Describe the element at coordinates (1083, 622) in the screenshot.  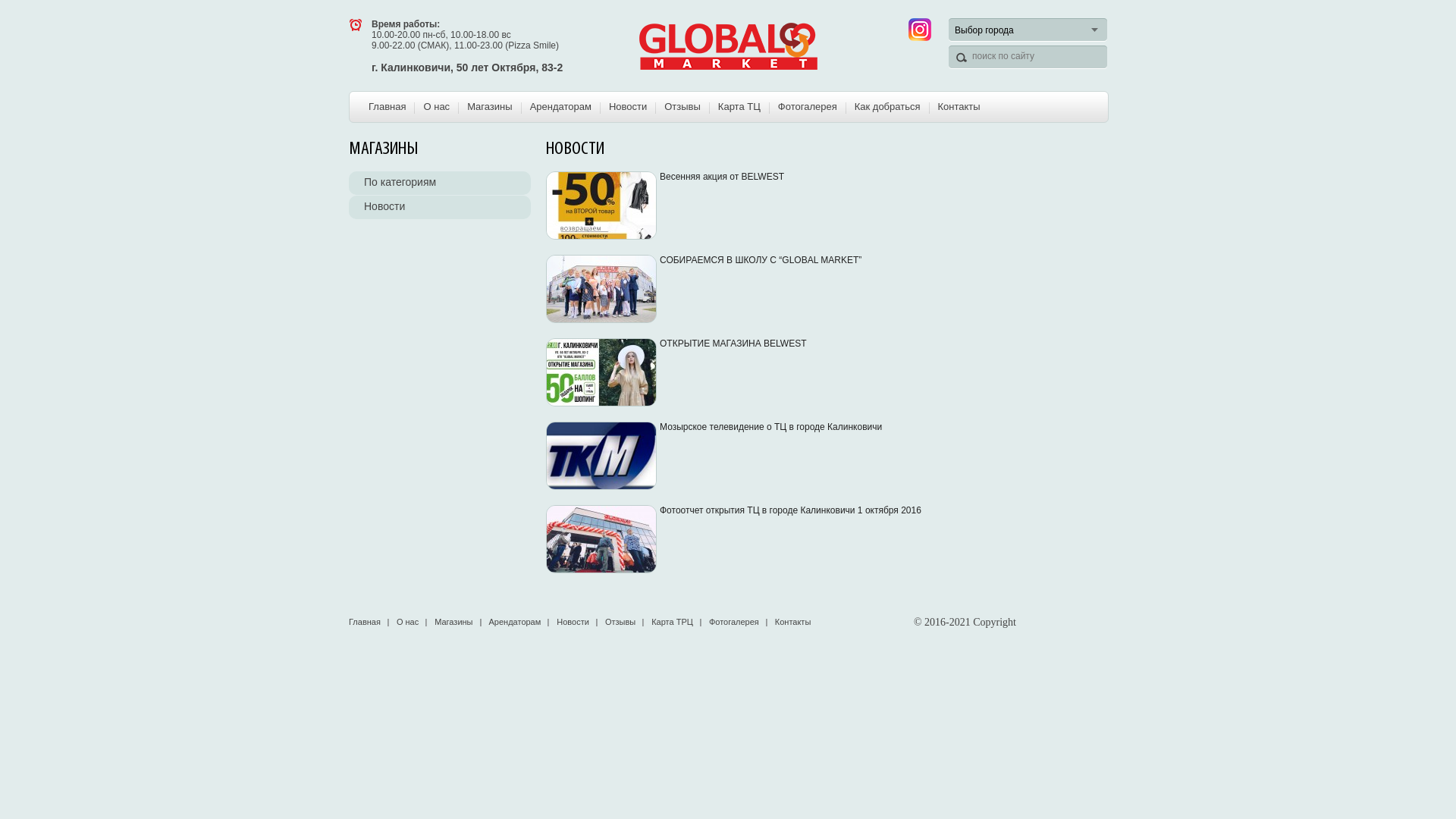
I see `'LiveInternet'` at that location.